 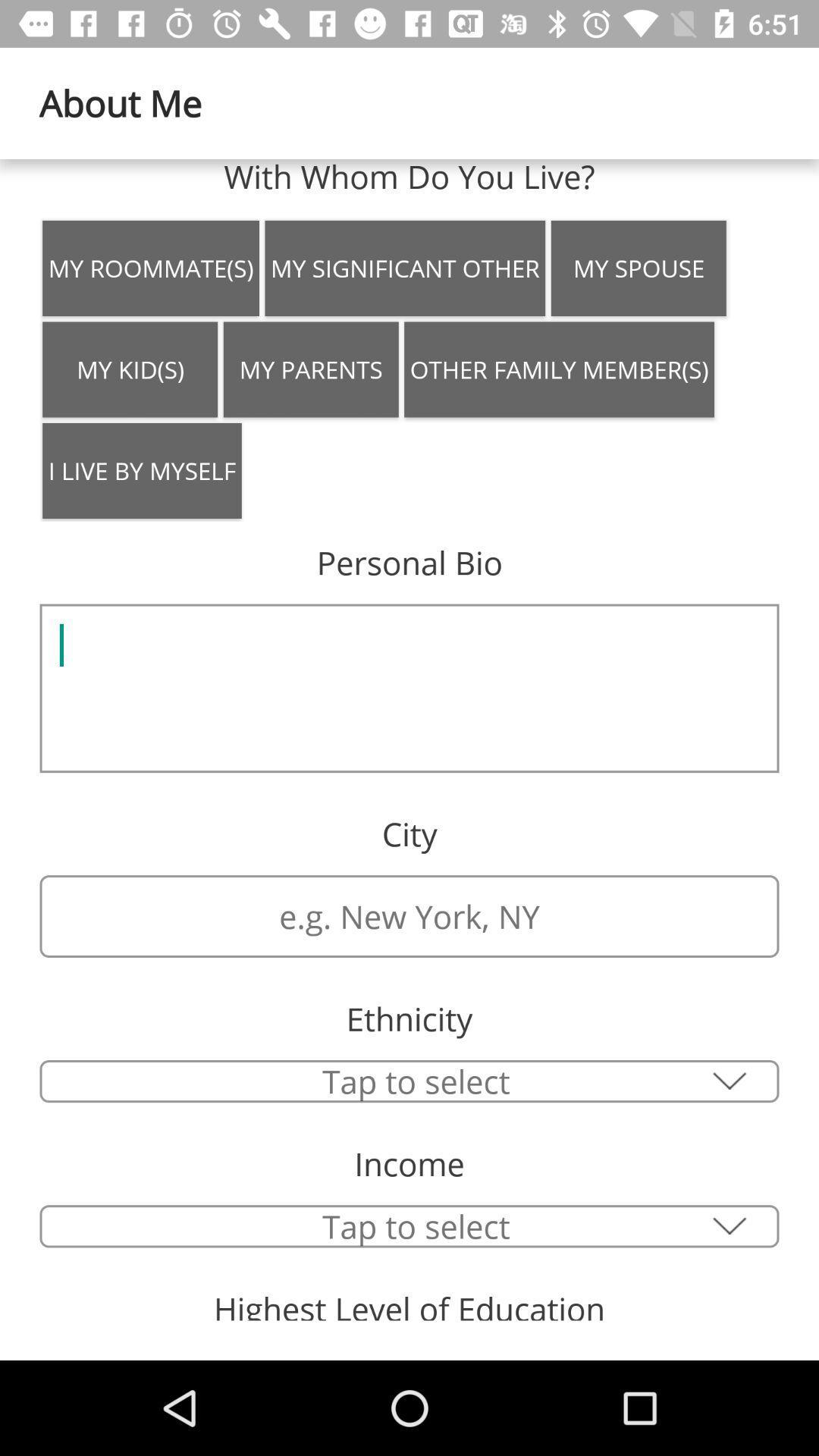 What do you see at coordinates (409, 1226) in the screenshot?
I see `tap to select` at bounding box center [409, 1226].